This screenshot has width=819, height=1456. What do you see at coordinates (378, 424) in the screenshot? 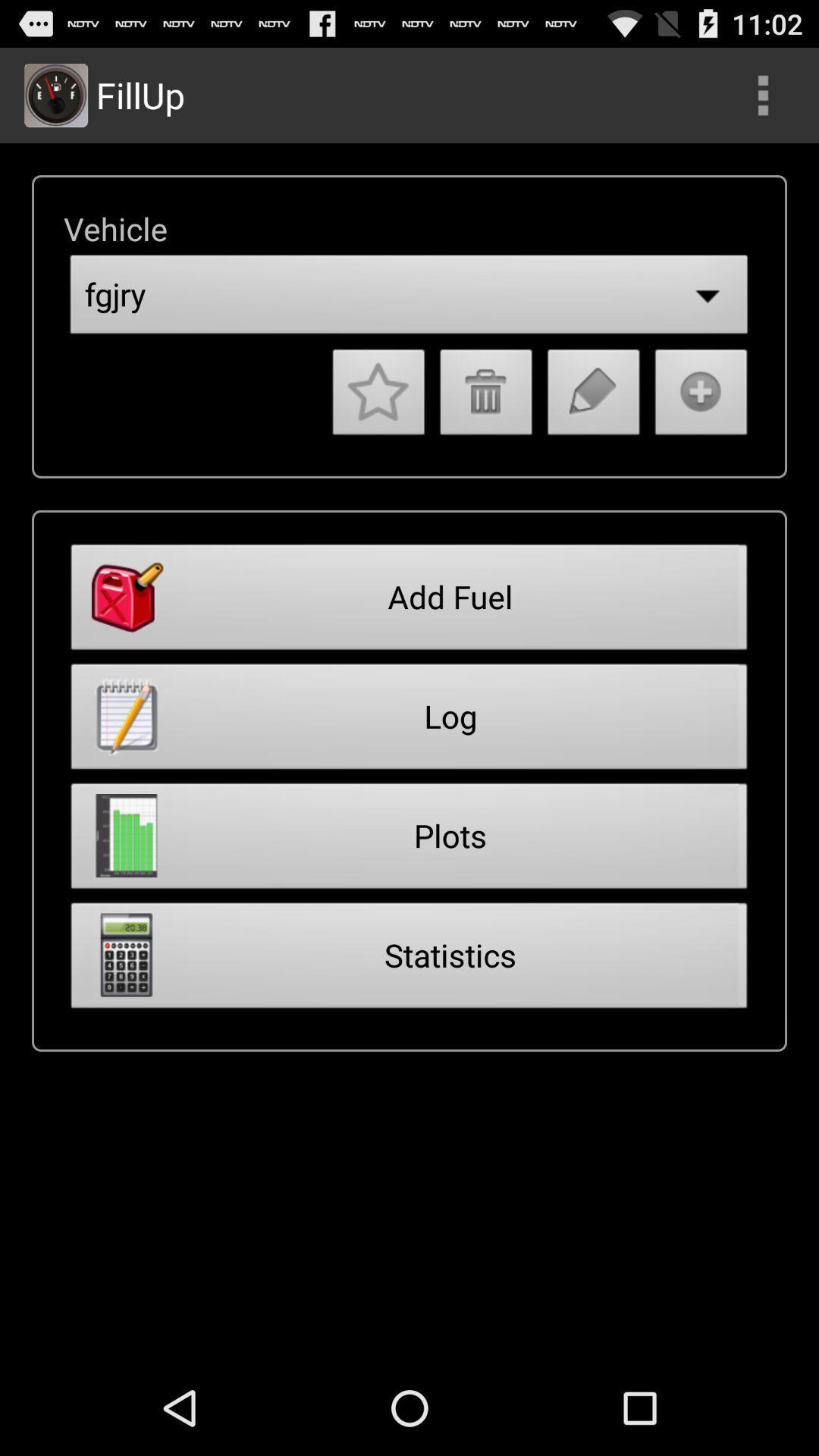
I see `the star icon` at bounding box center [378, 424].